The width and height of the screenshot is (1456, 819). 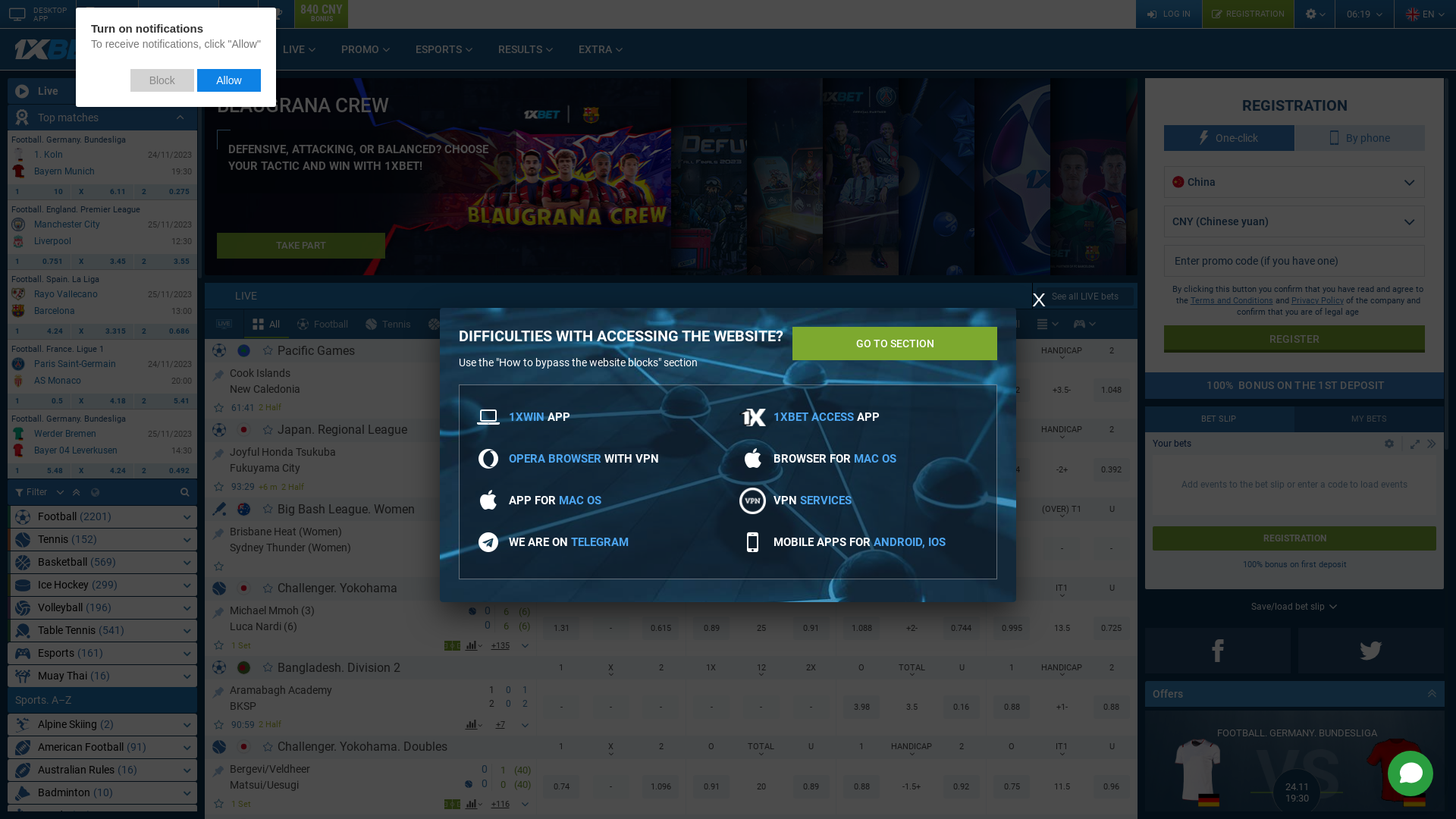 I want to click on 'MY BETS', so click(x=1369, y=419).